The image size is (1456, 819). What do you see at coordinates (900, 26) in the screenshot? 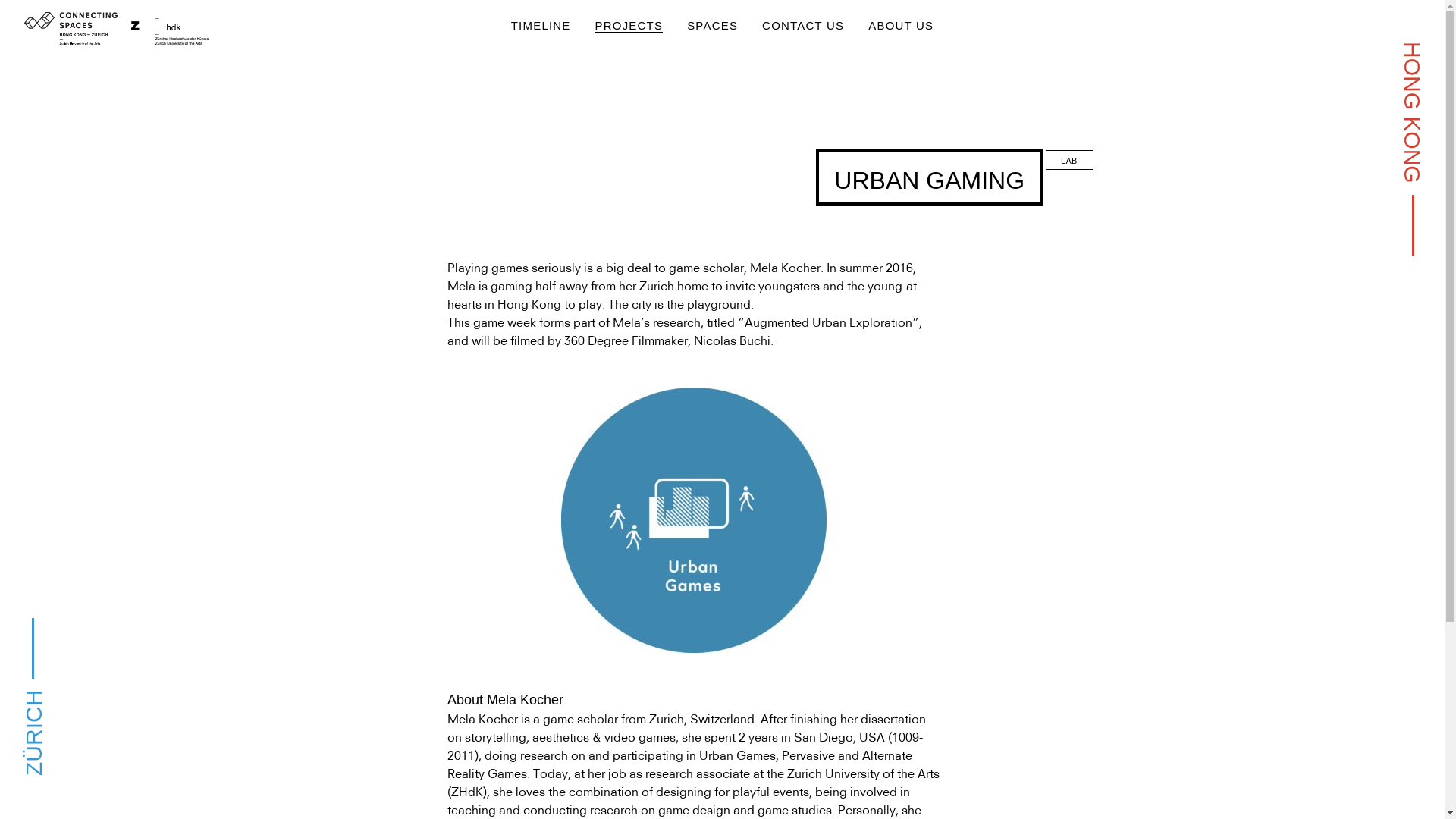
I see `'ABOUT US'` at bounding box center [900, 26].